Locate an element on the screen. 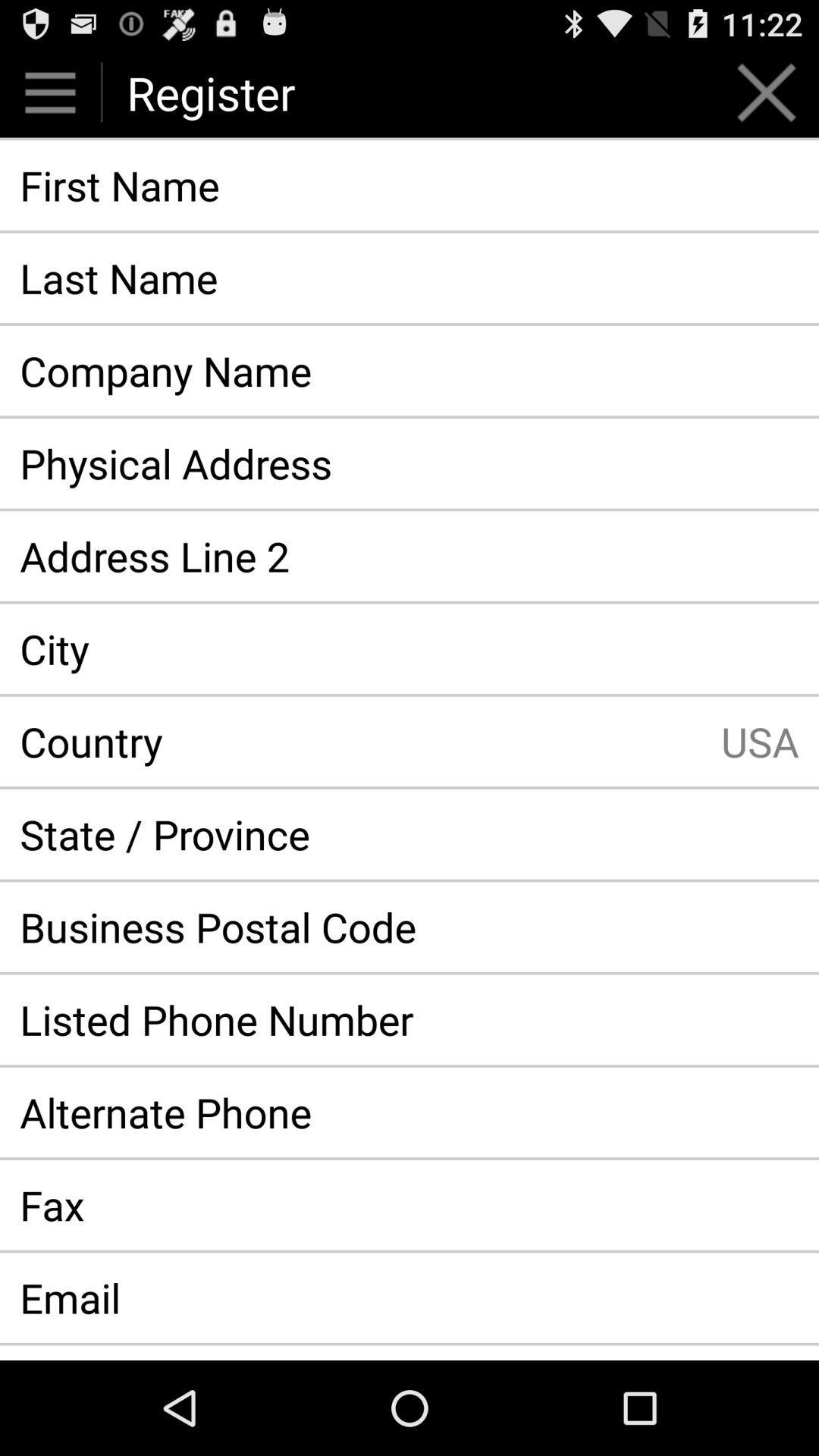 The width and height of the screenshot is (819, 1456). the close icon is located at coordinates (766, 98).